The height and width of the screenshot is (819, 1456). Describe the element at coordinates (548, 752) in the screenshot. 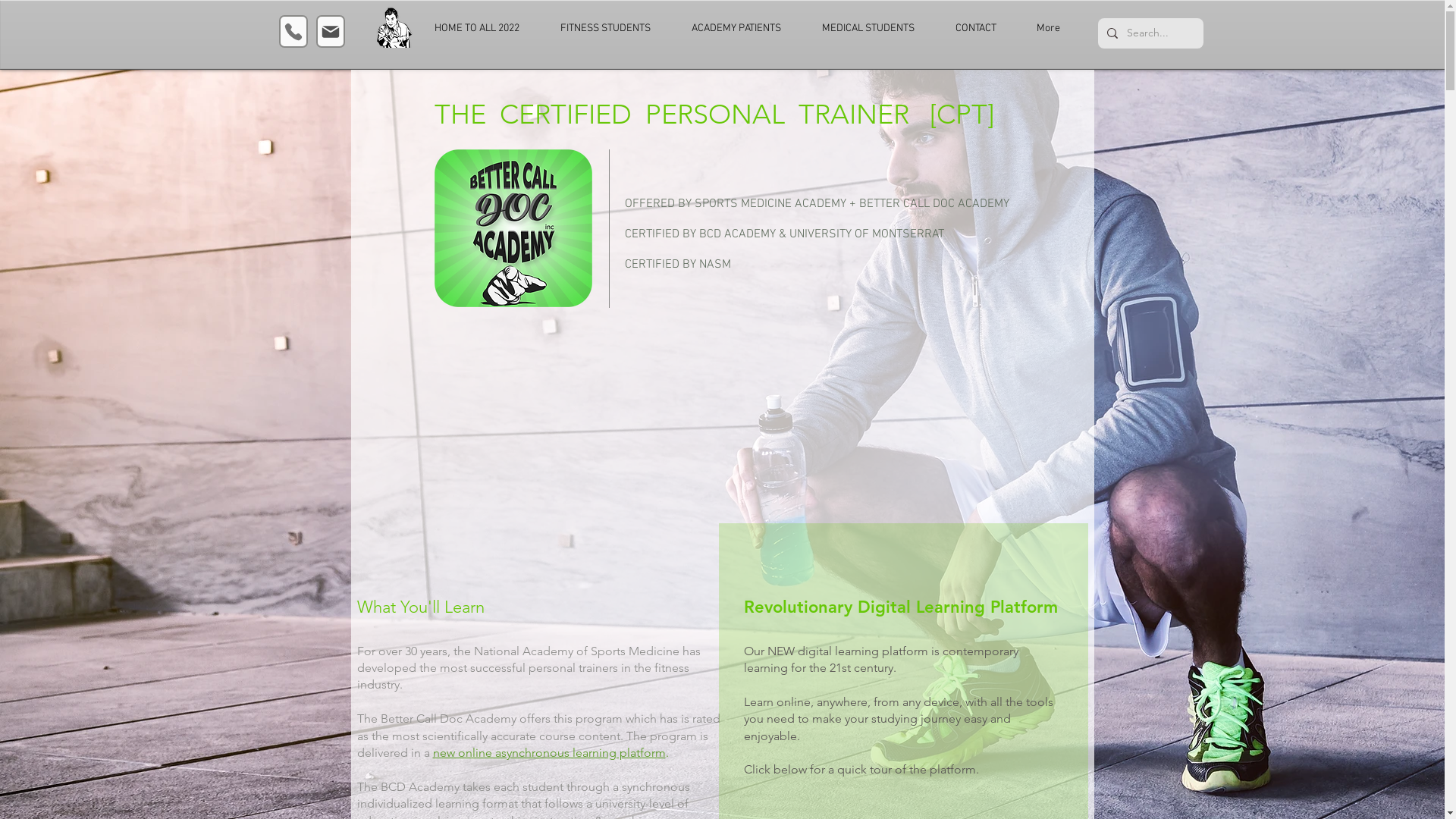

I see `'new online asynchronous learning platform'` at that location.